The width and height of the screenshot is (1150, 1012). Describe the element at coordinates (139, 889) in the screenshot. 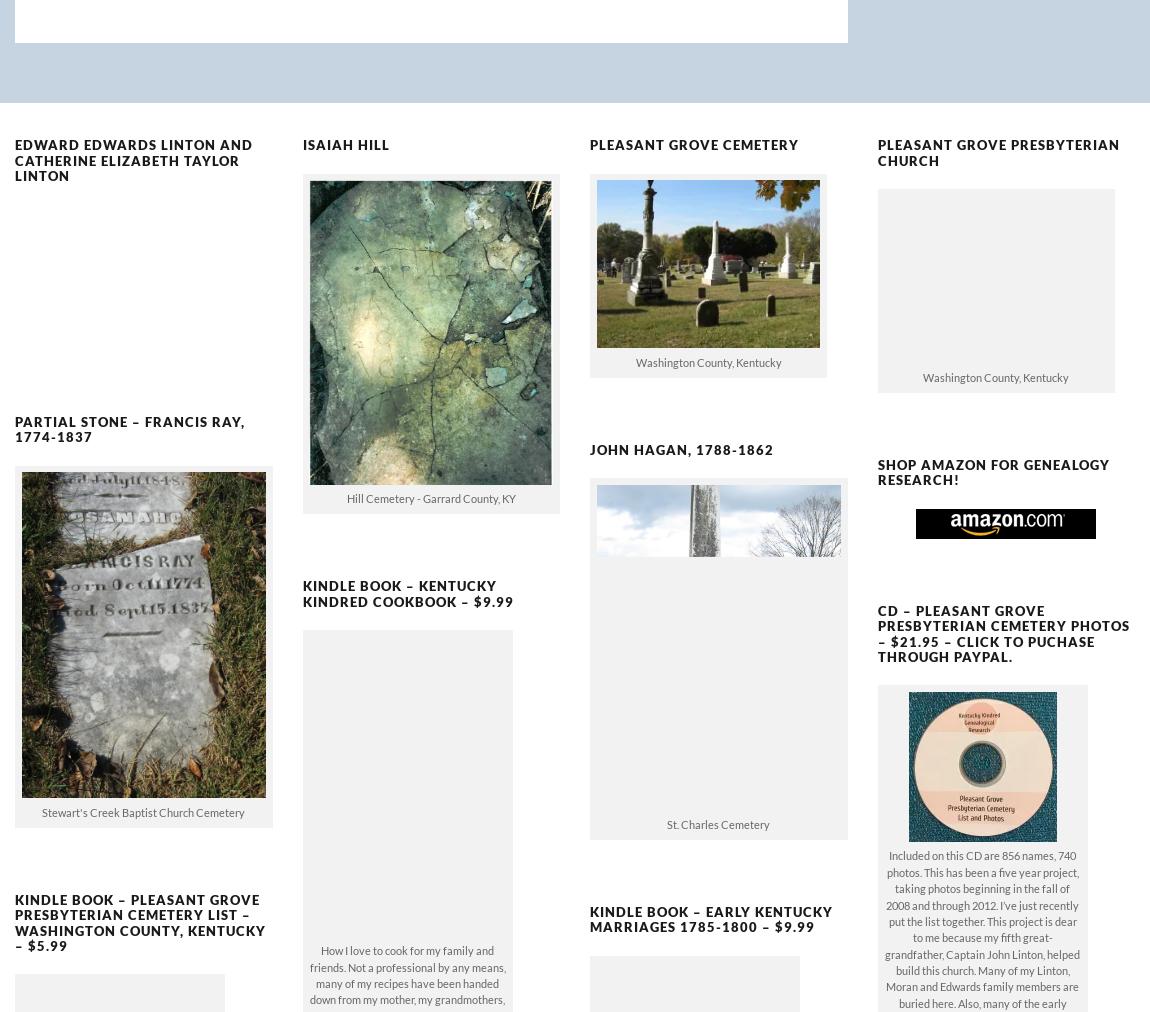

I see `'Kindle Book – Pleasant Grove Presbyterian Cemetery List – Washington County, Kentucky – $5.99'` at that location.